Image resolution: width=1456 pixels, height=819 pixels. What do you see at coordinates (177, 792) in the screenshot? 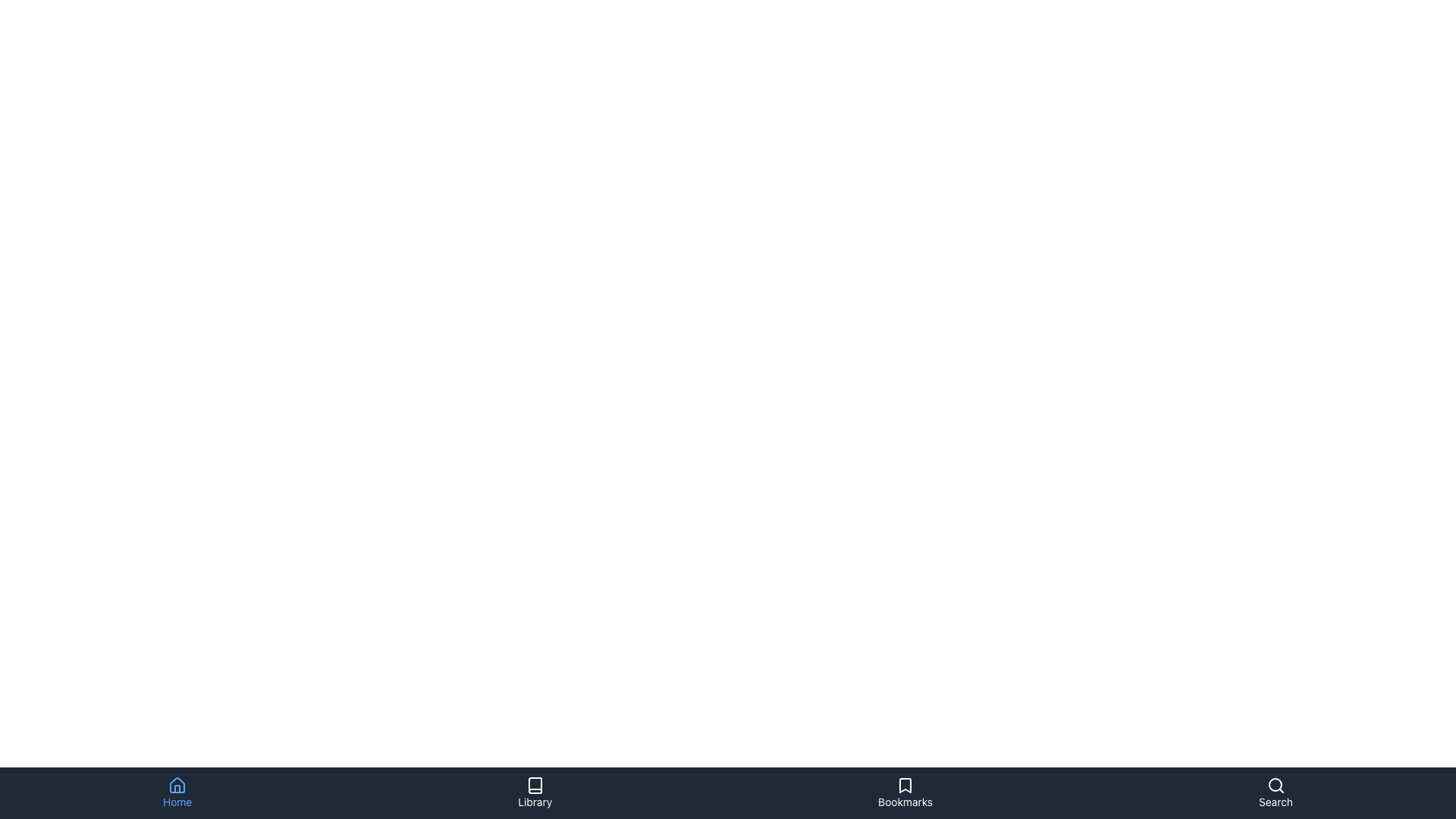
I see `the navigation button located at the far left of the bottom navigation bar, which redirects to the 'Home' page` at bounding box center [177, 792].